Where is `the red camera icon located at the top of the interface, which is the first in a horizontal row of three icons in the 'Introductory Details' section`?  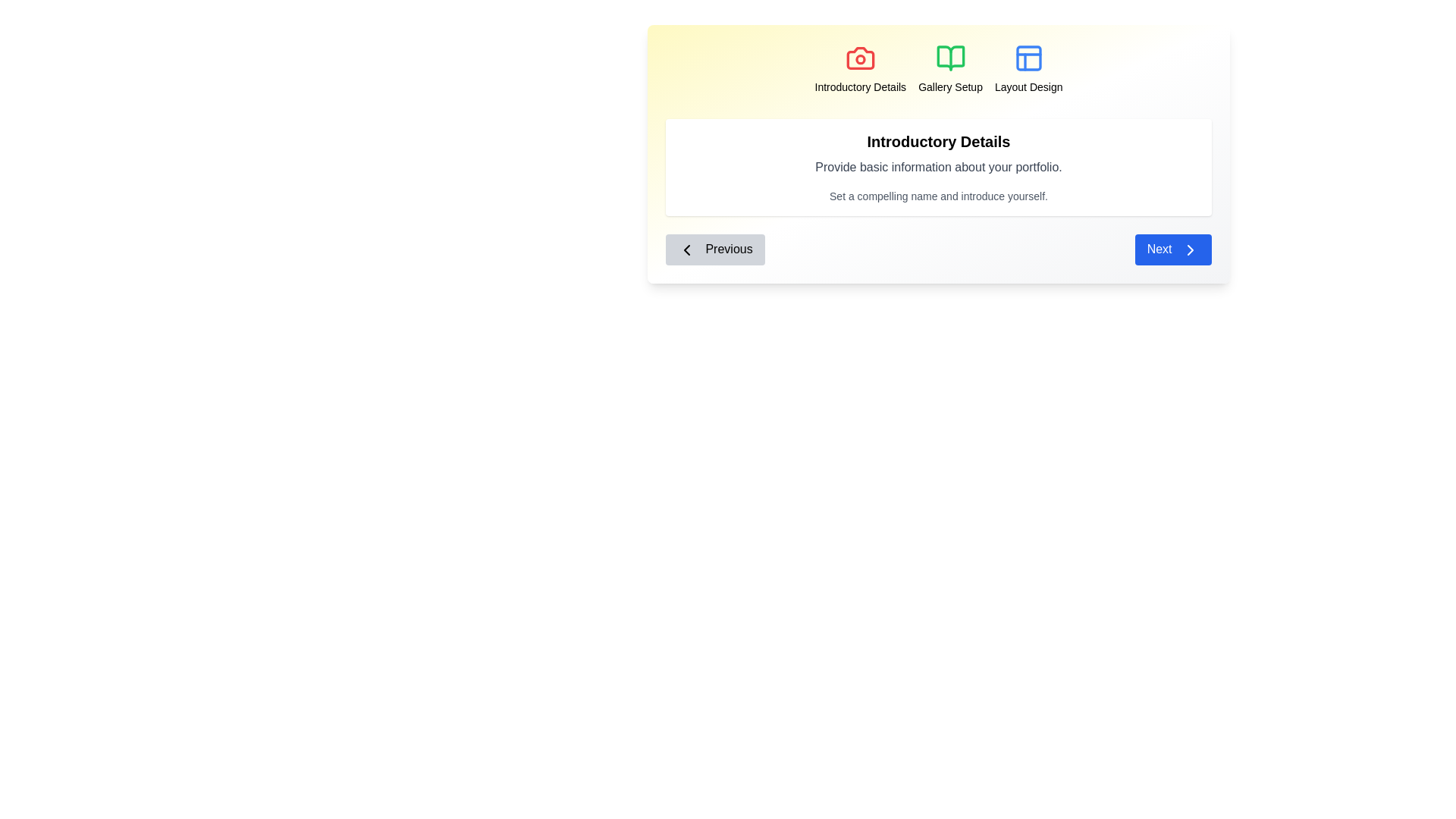 the red camera icon located at the top of the interface, which is the first in a horizontal row of three icons in the 'Introductory Details' section is located at coordinates (860, 58).